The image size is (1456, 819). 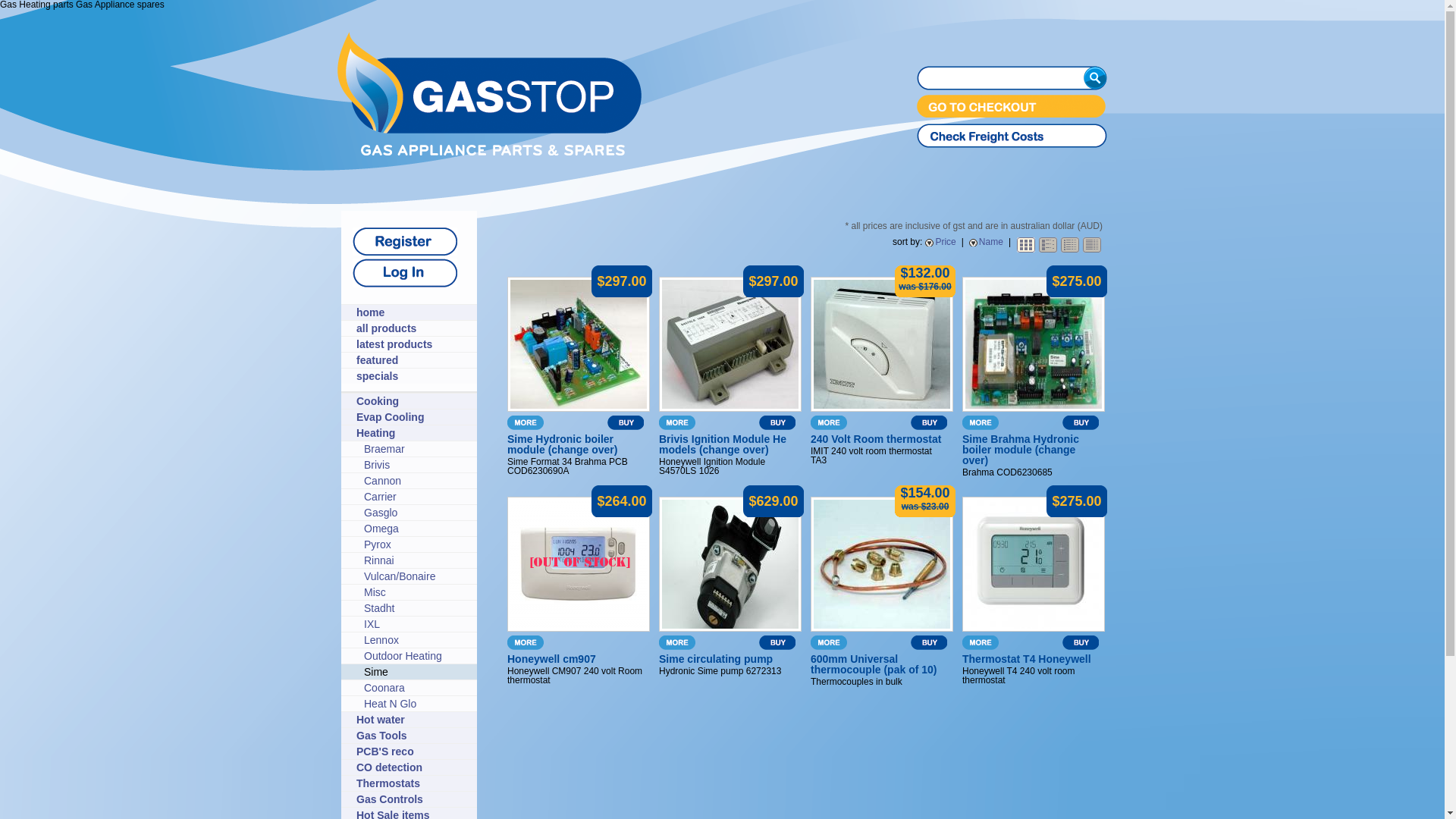 What do you see at coordinates (416, 576) in the screenshot?
I see `'Vulcan/Bonaire'` at bounding box center [416, 576].